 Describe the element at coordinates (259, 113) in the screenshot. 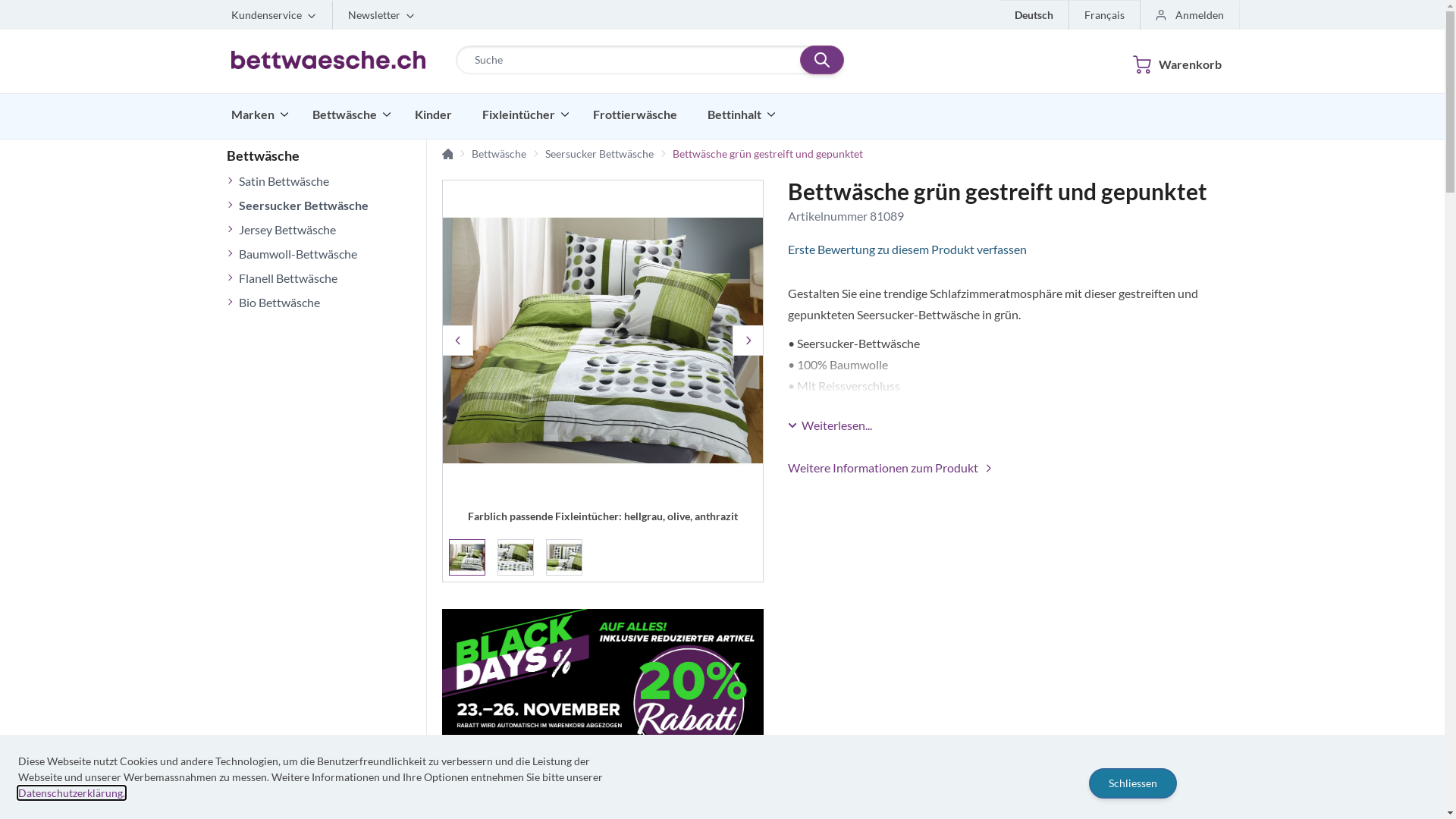

I see `'Marken'` at that location.